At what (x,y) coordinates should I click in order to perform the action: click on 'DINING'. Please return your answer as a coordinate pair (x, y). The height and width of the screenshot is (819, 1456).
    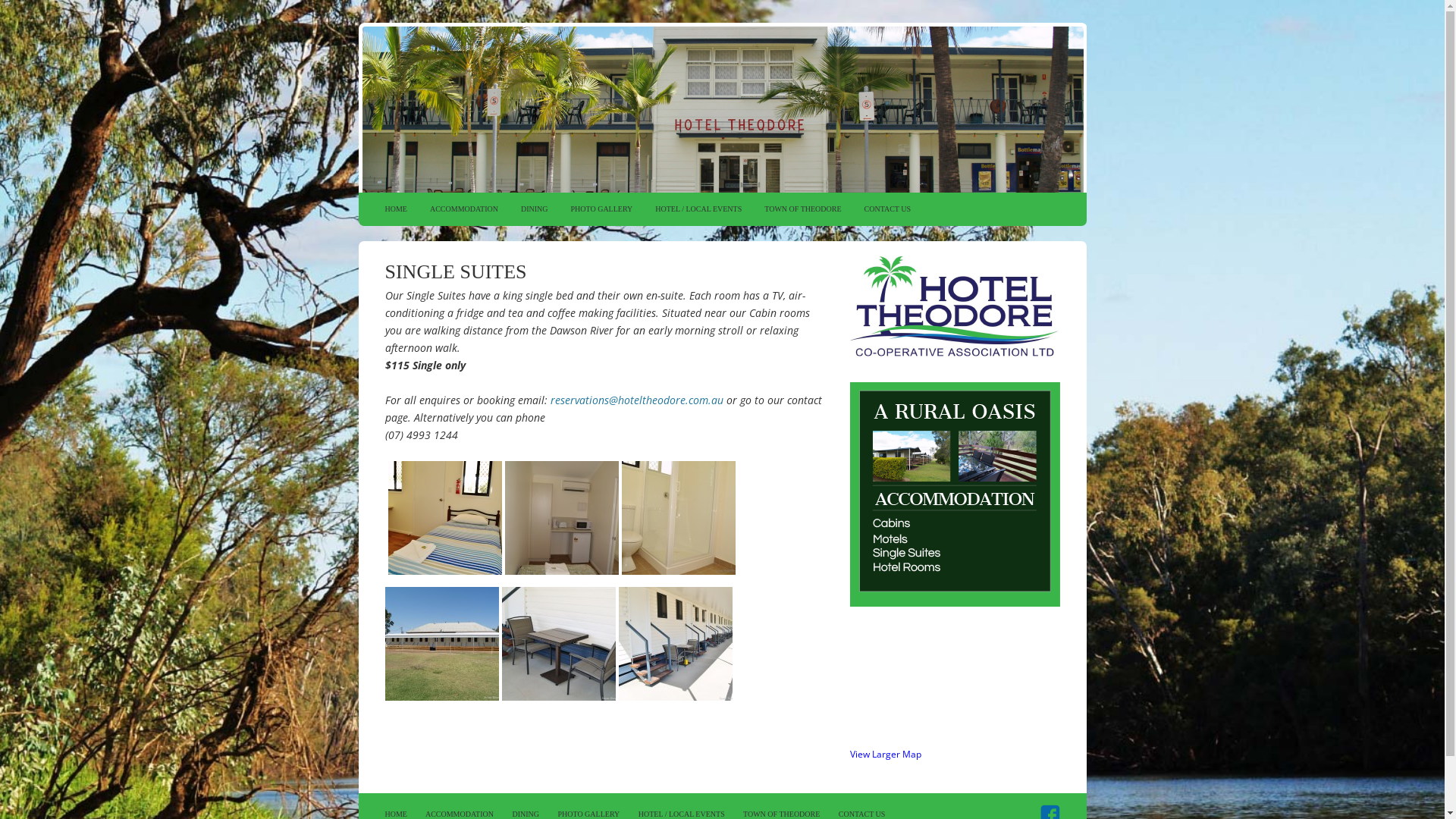
    Looking at the image, I should click on (510, 209).